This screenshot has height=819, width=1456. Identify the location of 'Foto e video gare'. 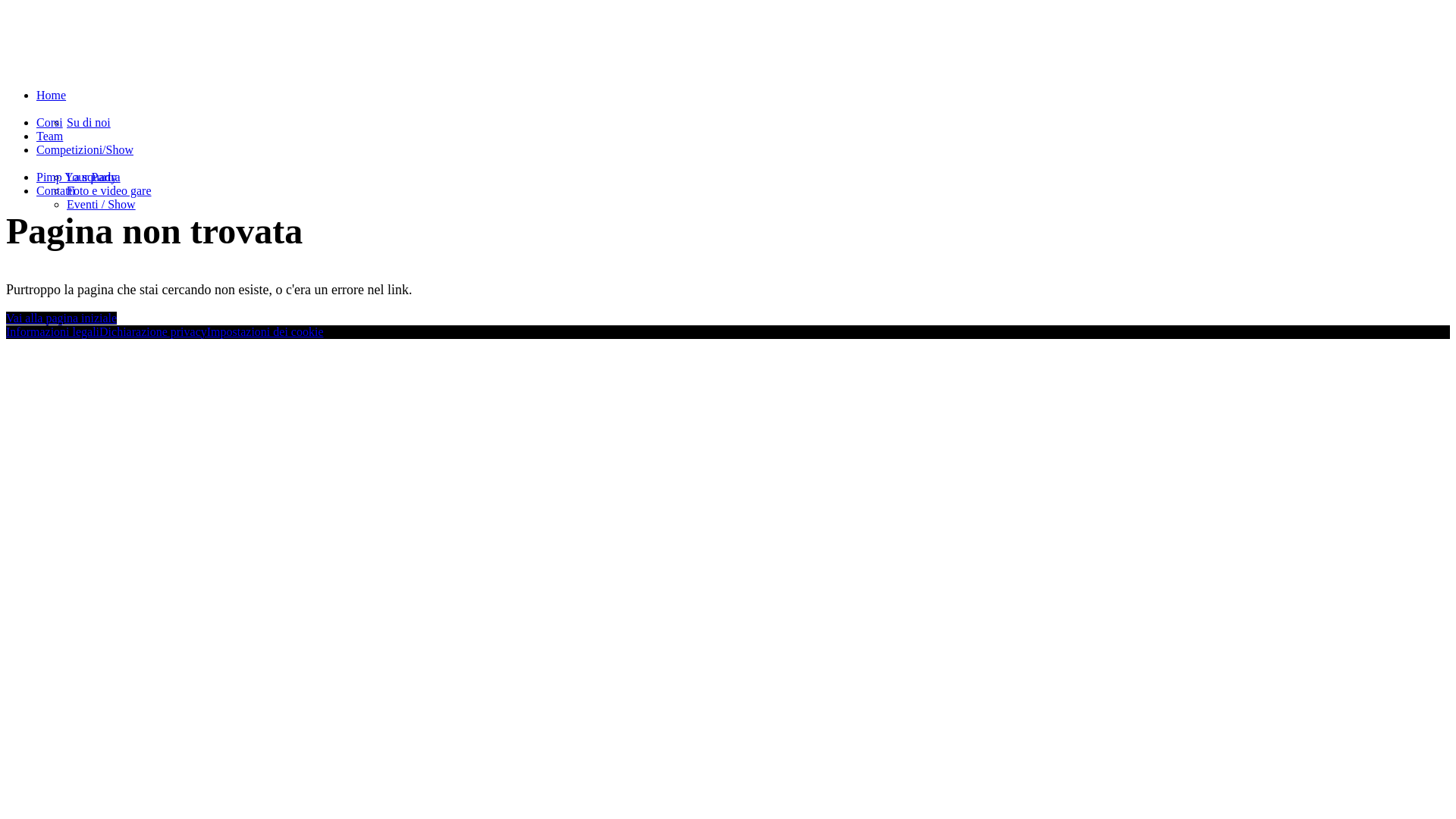
(108, 190).